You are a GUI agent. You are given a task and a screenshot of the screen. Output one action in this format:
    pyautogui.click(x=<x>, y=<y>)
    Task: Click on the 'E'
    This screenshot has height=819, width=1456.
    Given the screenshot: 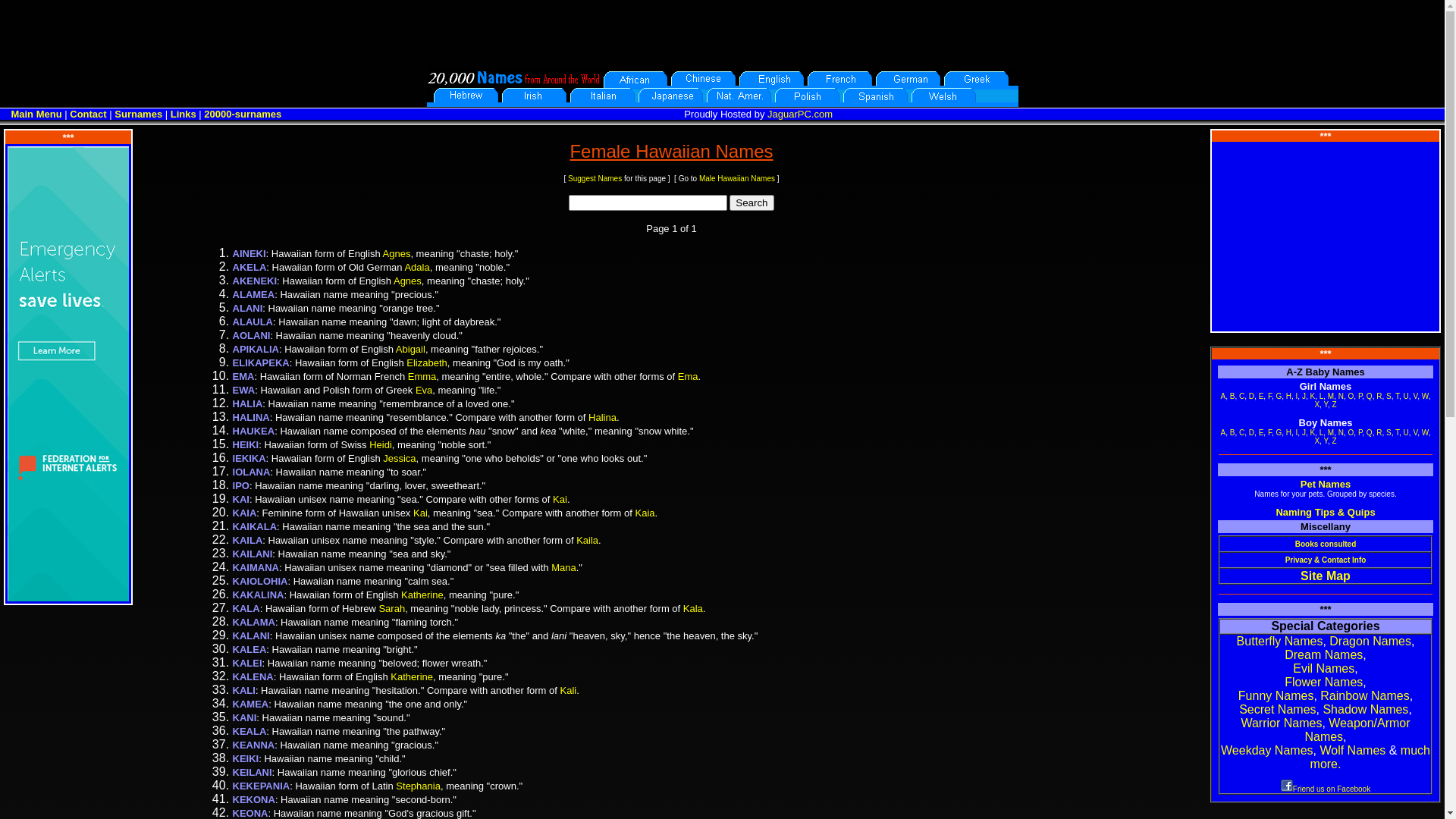 What is the action you would take?
    pyautogui.click(x=1261, y=432)
    